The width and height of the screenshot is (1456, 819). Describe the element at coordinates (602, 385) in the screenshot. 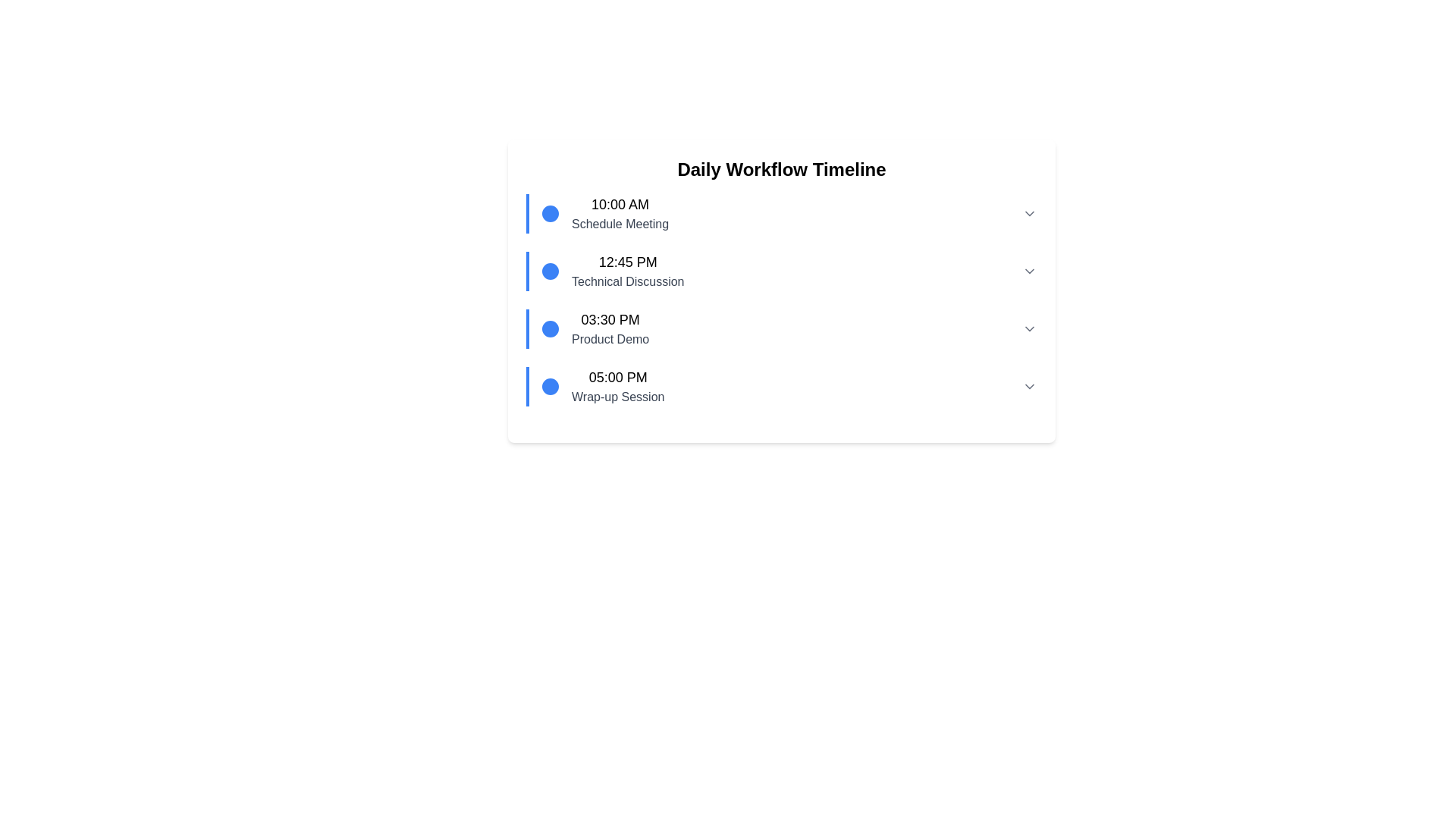

I see `details of the fourth timeline event entry, which provides a time and description for the event located near the bottom of the timeline list` at that location.